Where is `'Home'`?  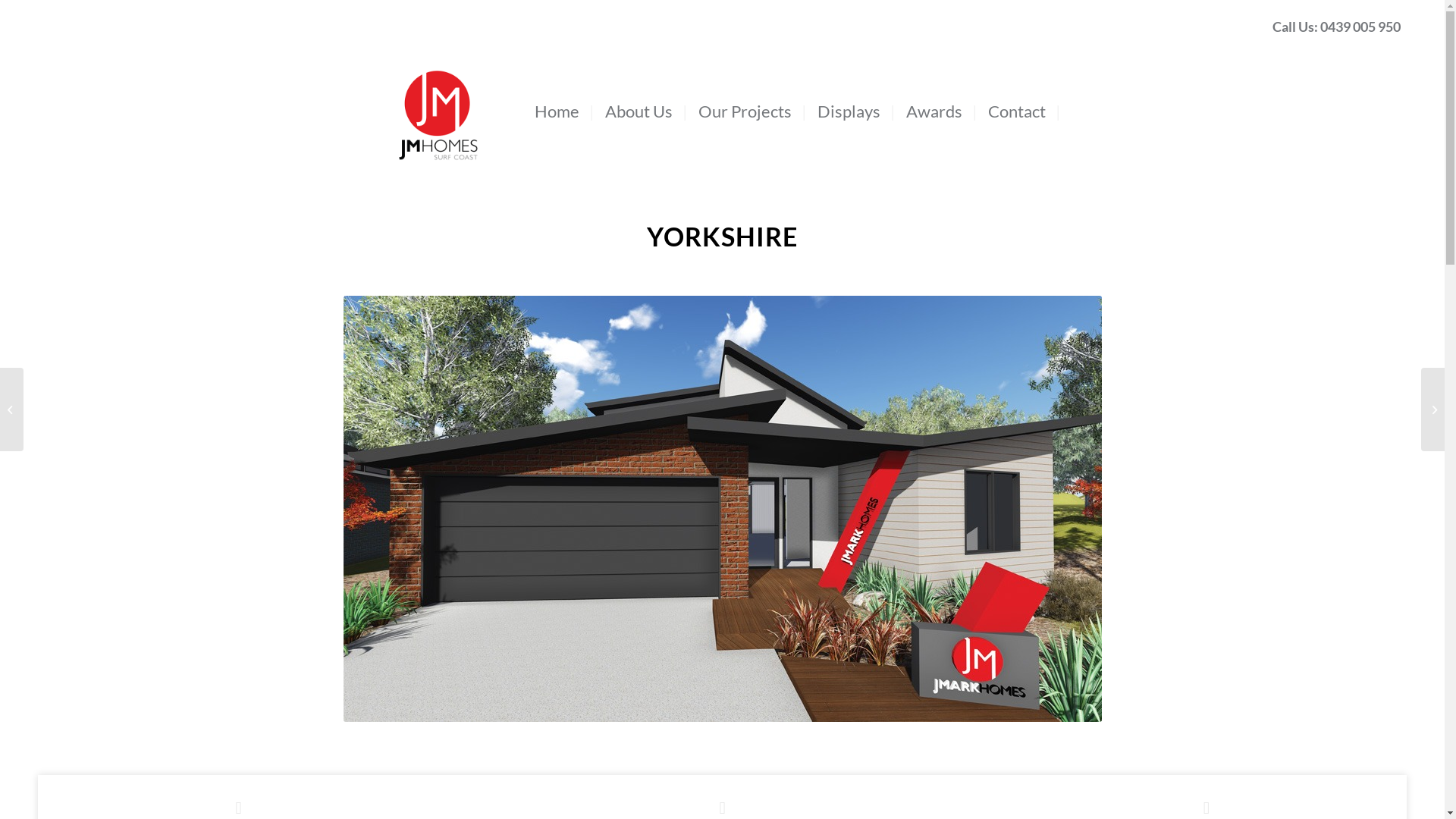
'Home' is located at coordinates (558, 110).